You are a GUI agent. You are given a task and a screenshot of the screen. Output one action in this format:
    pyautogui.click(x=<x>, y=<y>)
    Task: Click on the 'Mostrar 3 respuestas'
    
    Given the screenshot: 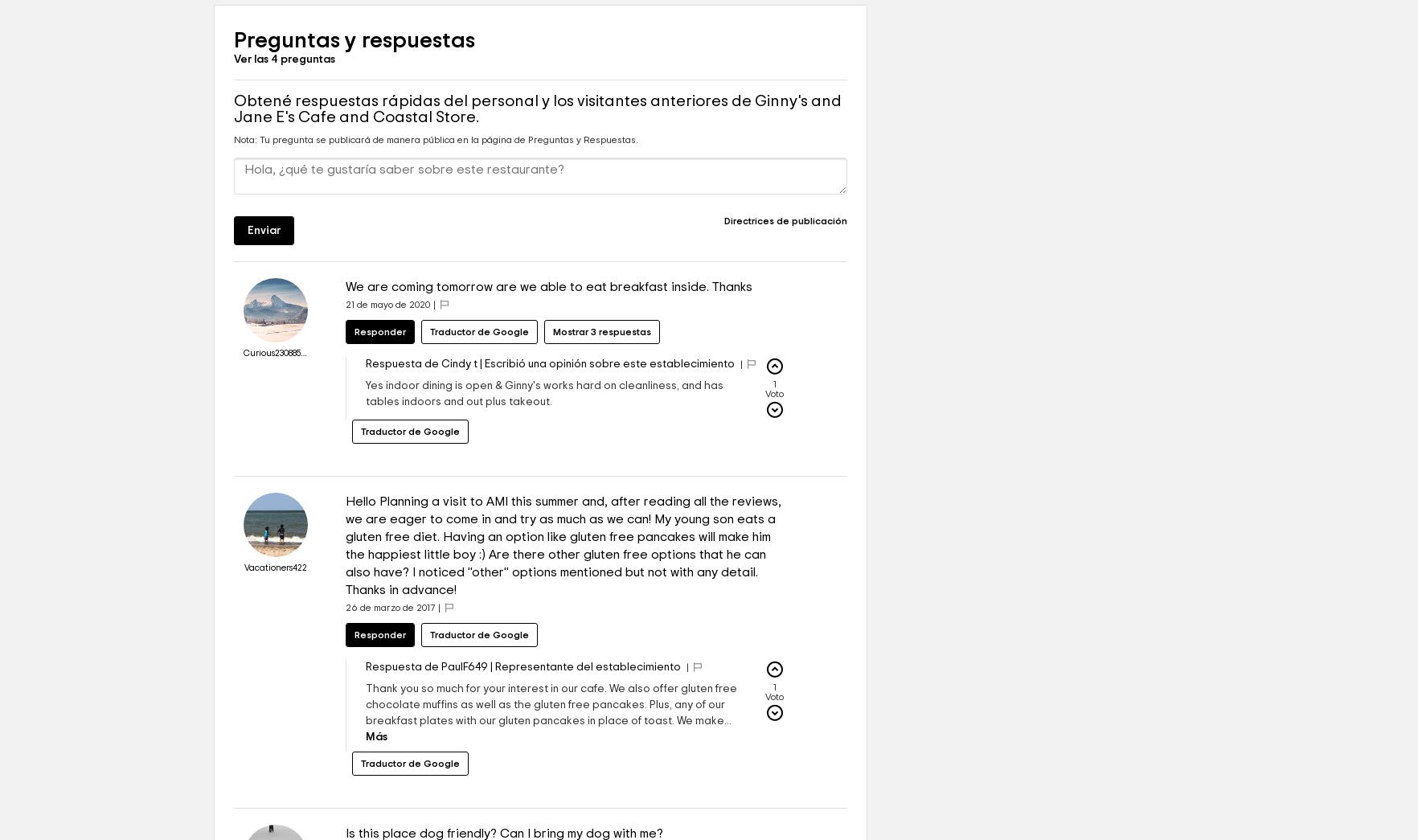 What is the action you would take?
    pyautogui.click(x=601, y=379)
    